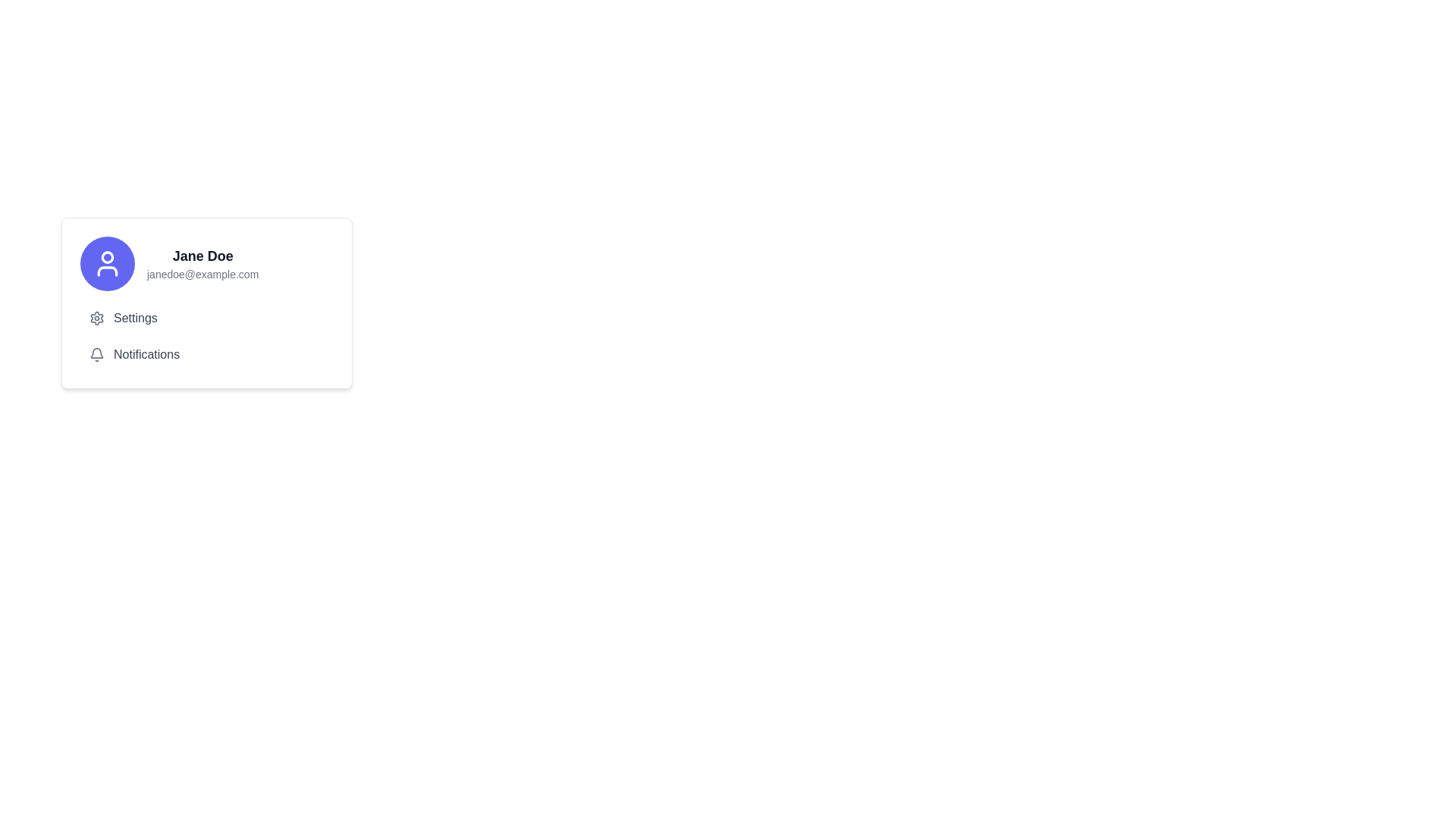 This screenshot has height=819, width=1456. Describe the element at coordinates (96, 318) in the screenshot. I see `the cogwheel icon, which is the first element in the 'Settings' interaction row, represented in grey and polished style` at that location.